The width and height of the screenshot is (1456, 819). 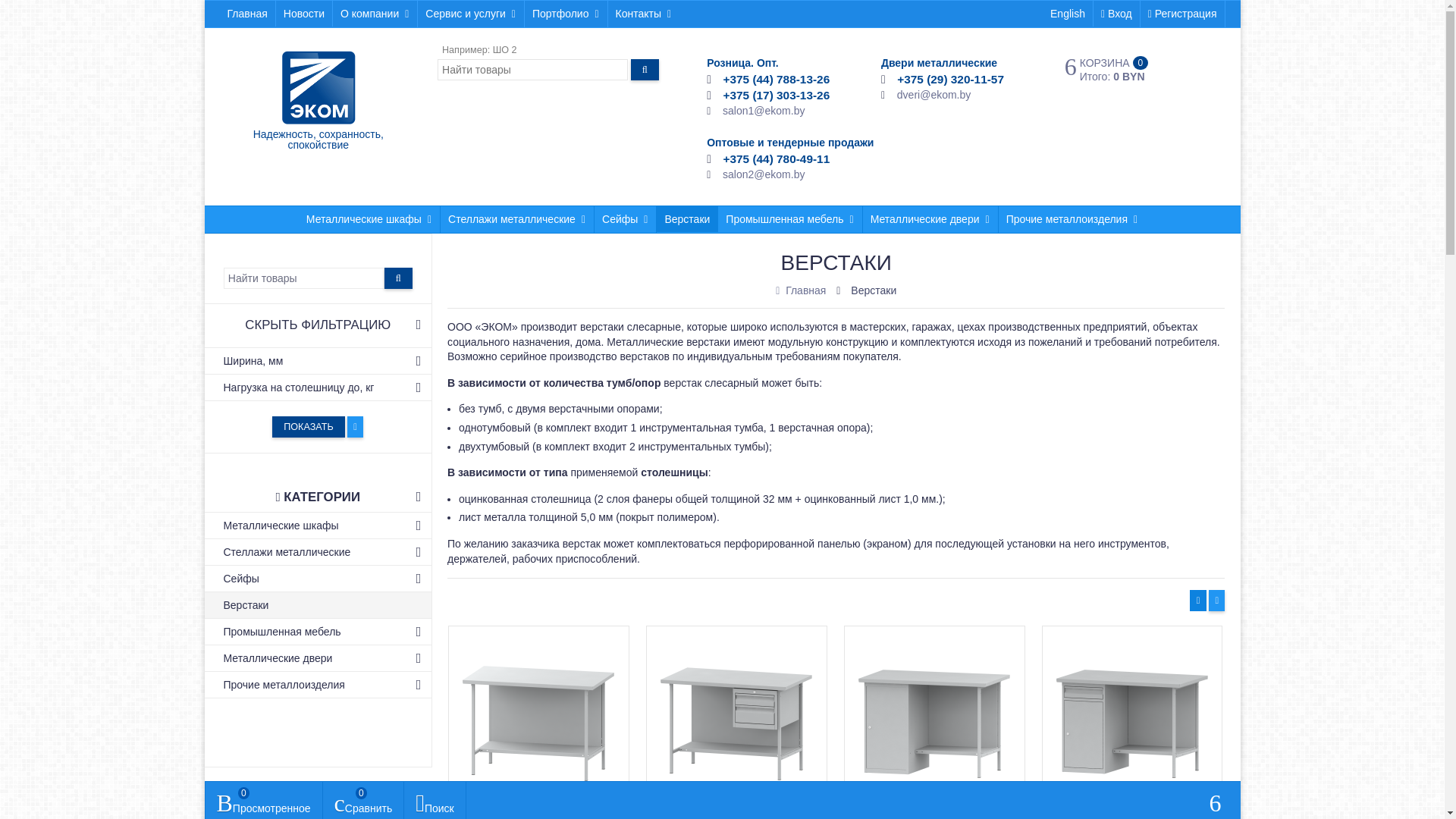 What do you see at coordinates (1067, 14) in the screenshot?
I see `'English'` at bounding box center [1067, 14].